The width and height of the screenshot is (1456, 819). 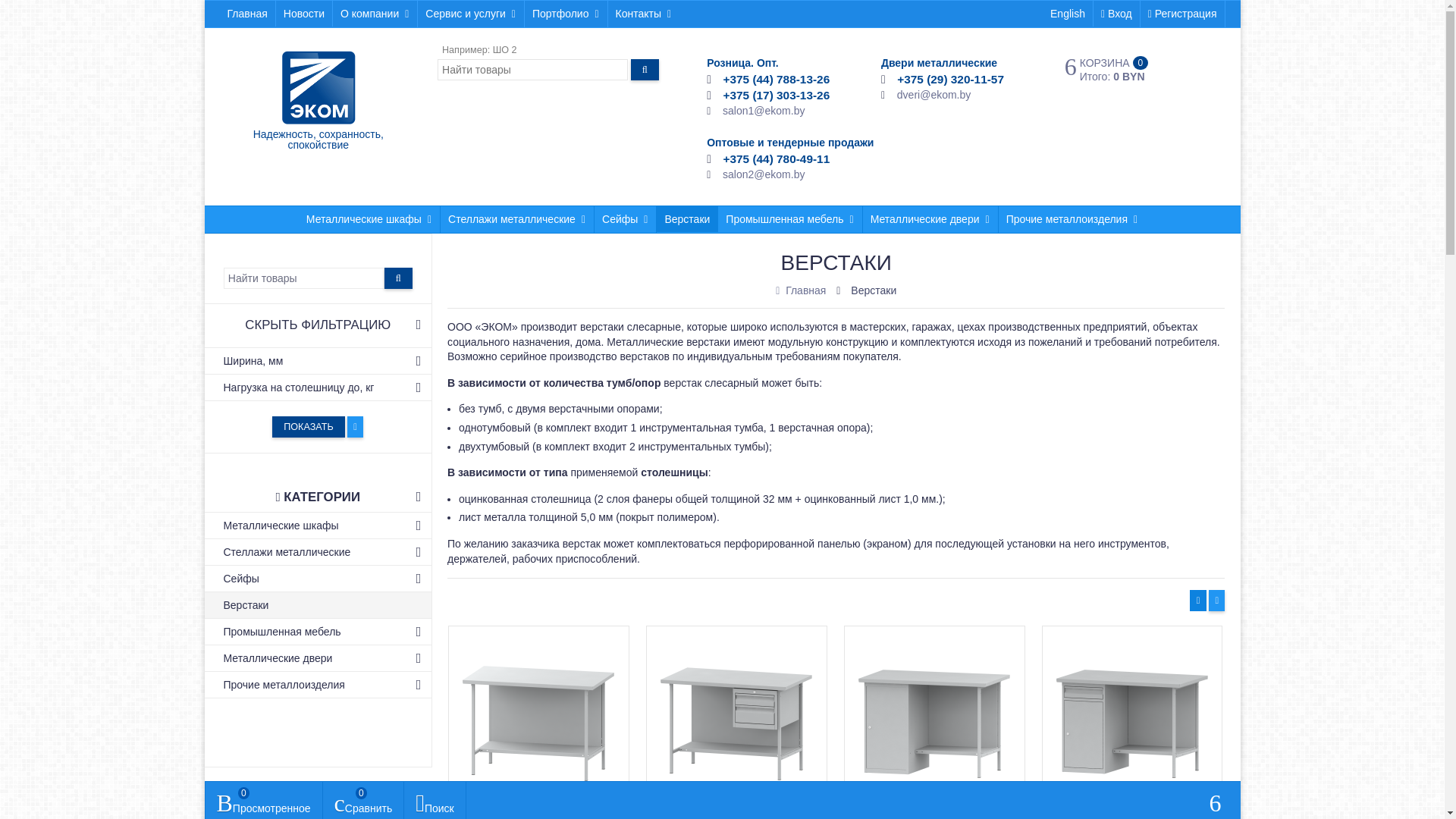 What do you see at coordinates (1067, 14) in the screenshot?
I see `'English'` at bounding box center [1067, 14].